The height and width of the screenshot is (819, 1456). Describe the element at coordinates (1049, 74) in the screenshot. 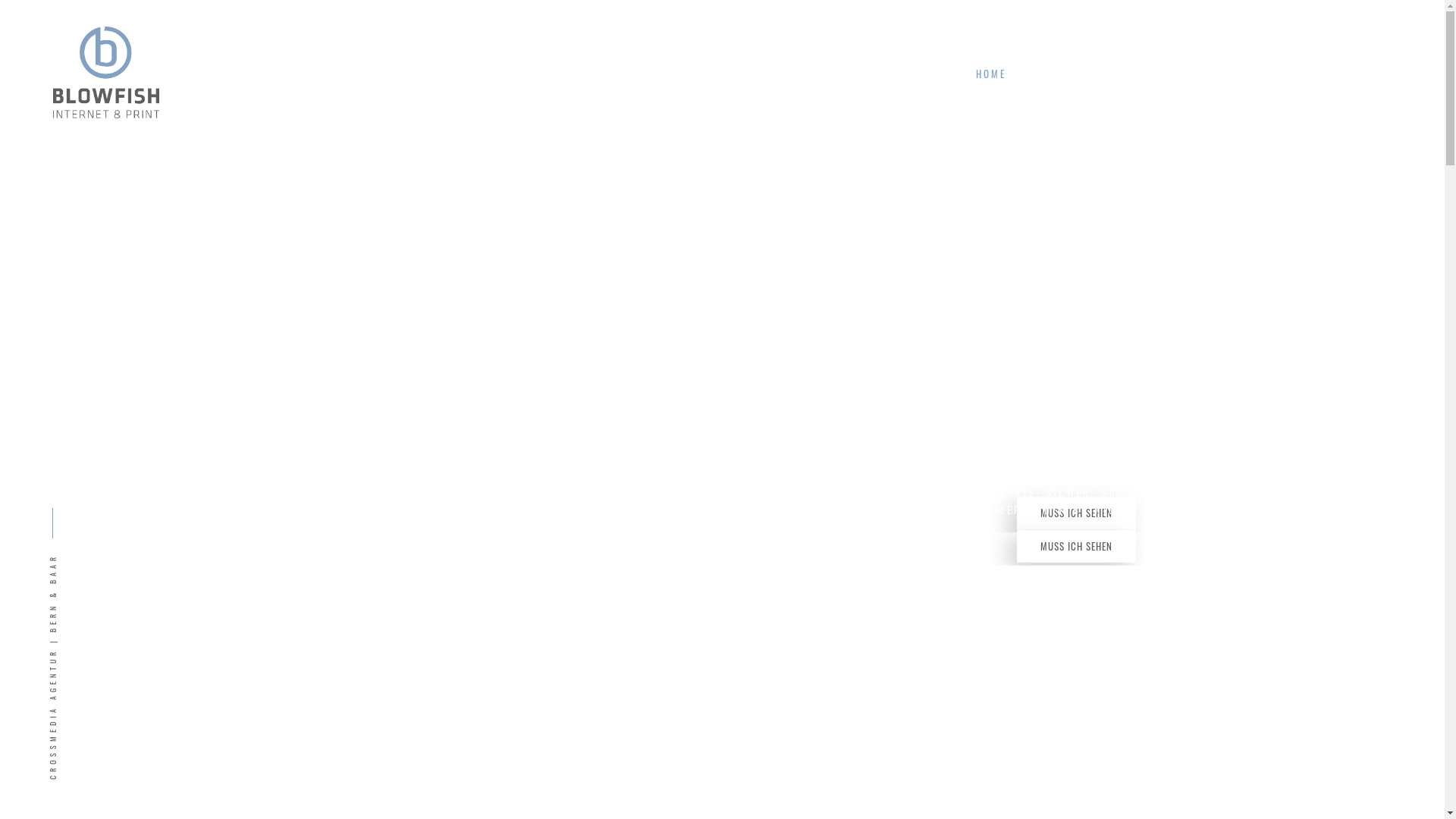

I see `'ANGEBOT'` at that location.